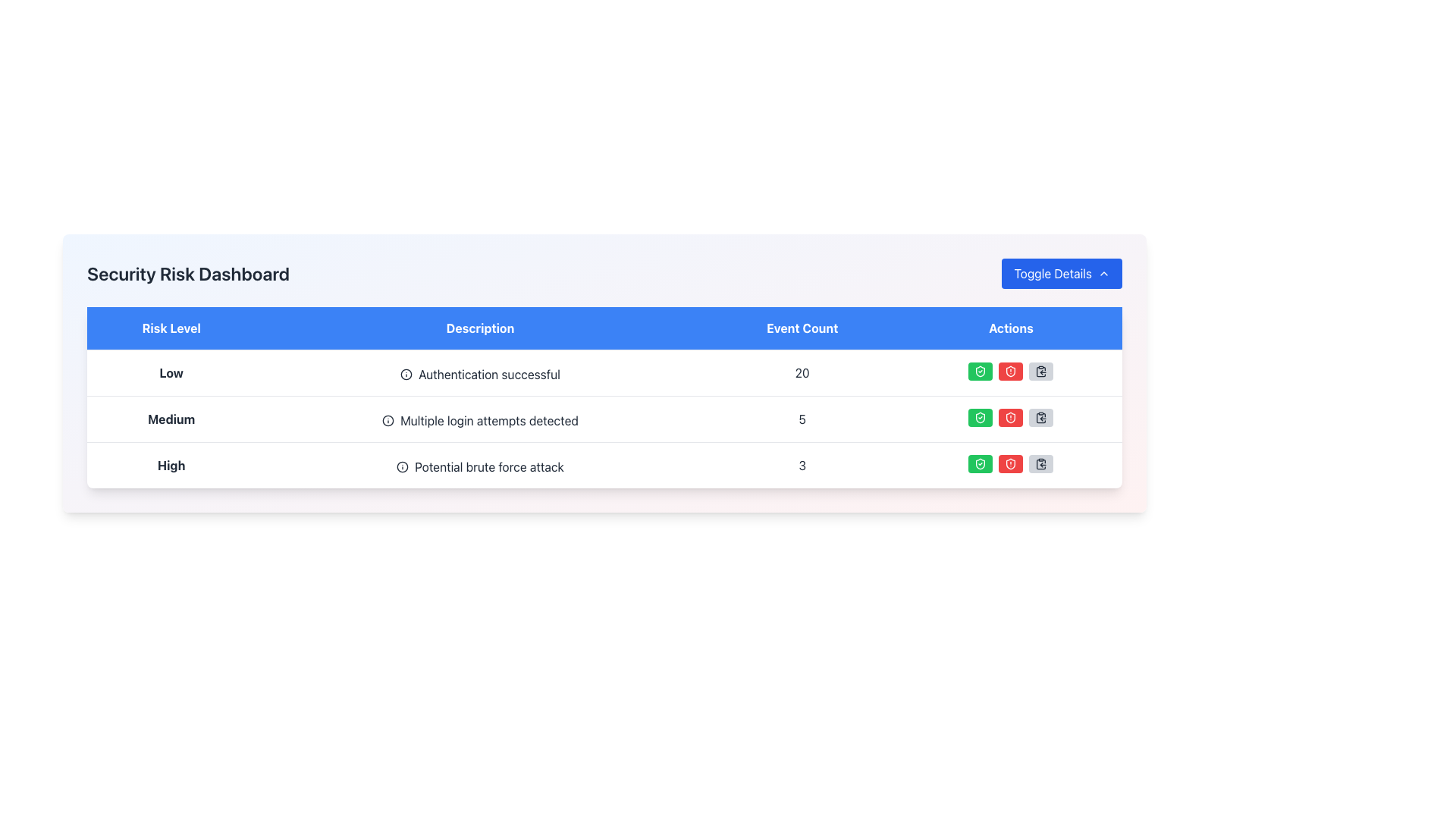 Image resolution: width=1456 pixels, height=819 pixels. What do you see at coordinates (1011, 418) in the screenshot?
I see `the distinctive red shield-shaped icon with a warning symbol located in the 'Actions' column of the last row in the table` at bounding box center [1011, 418].